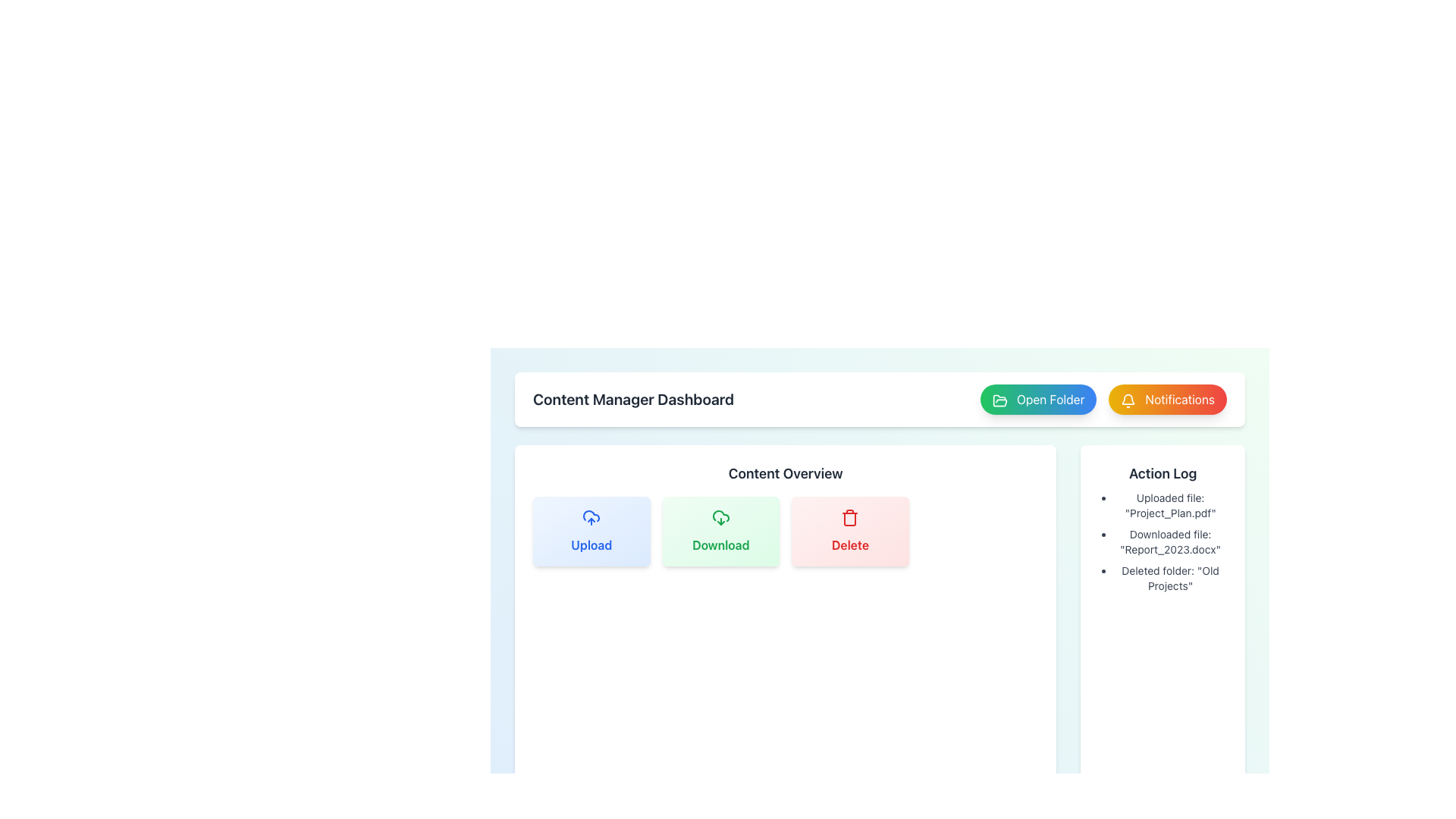 This screenshot has width=1456, height=819. What do you see at coordinates (1037, 399) in the screenshot?
I see `the rounded button labeled 'Open Folder' that features a gradient from green to blue and contains a white folder icon, located in the upper-right part of the interface` at bounding box center [1037, 399].